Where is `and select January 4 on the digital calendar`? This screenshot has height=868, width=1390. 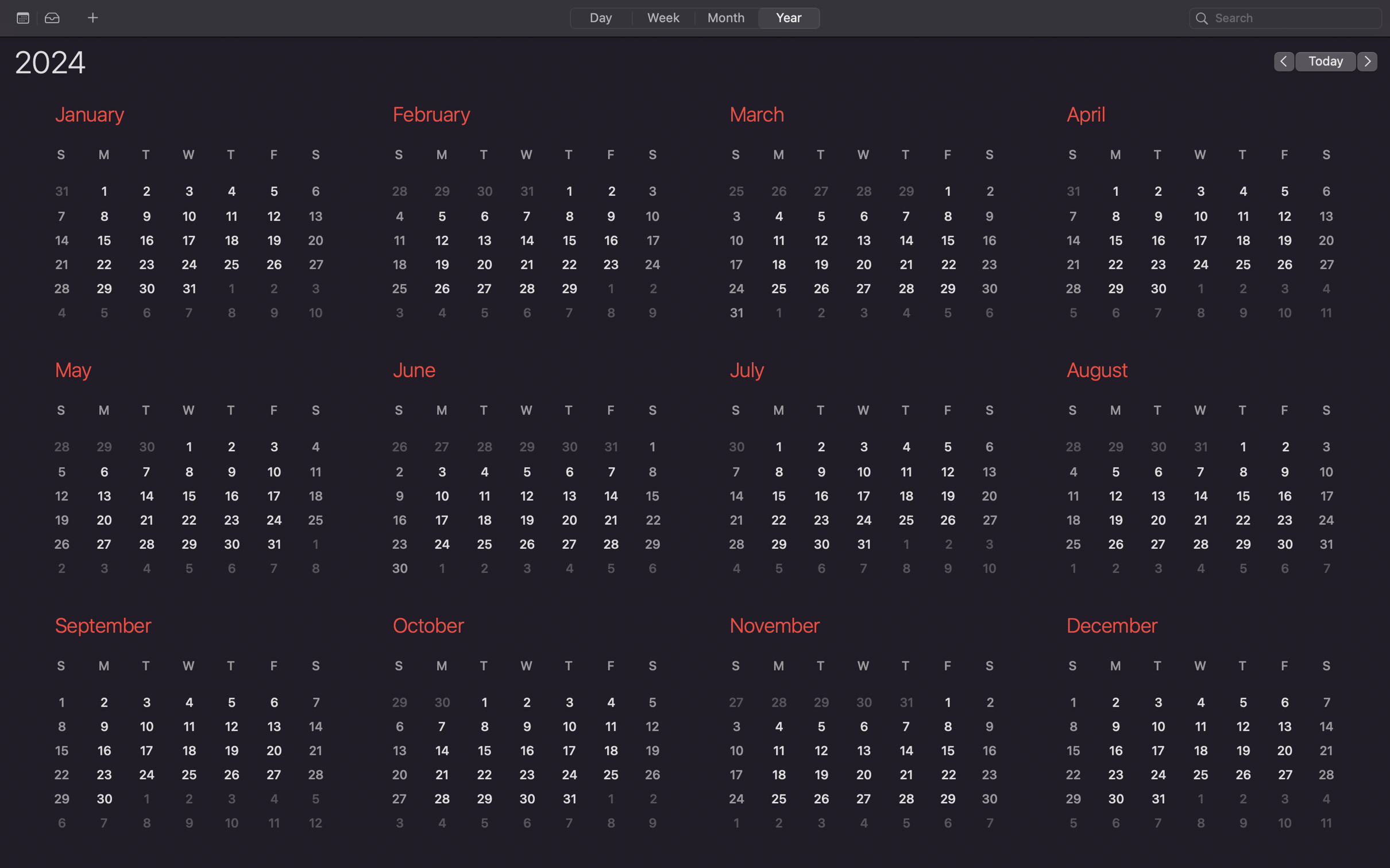 and select January 4 on the digital calendar is located at coordinates (231, 191).